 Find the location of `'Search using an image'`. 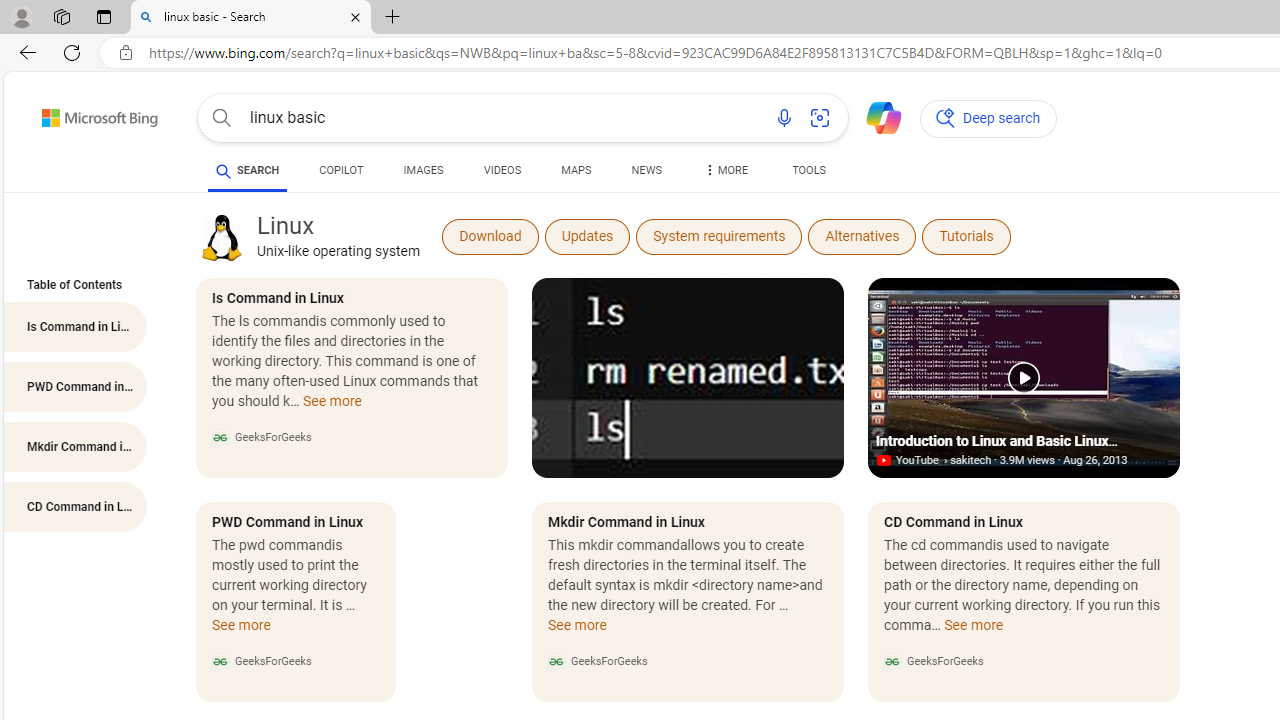

'Search using an image' is located at coordinates (820, 118).